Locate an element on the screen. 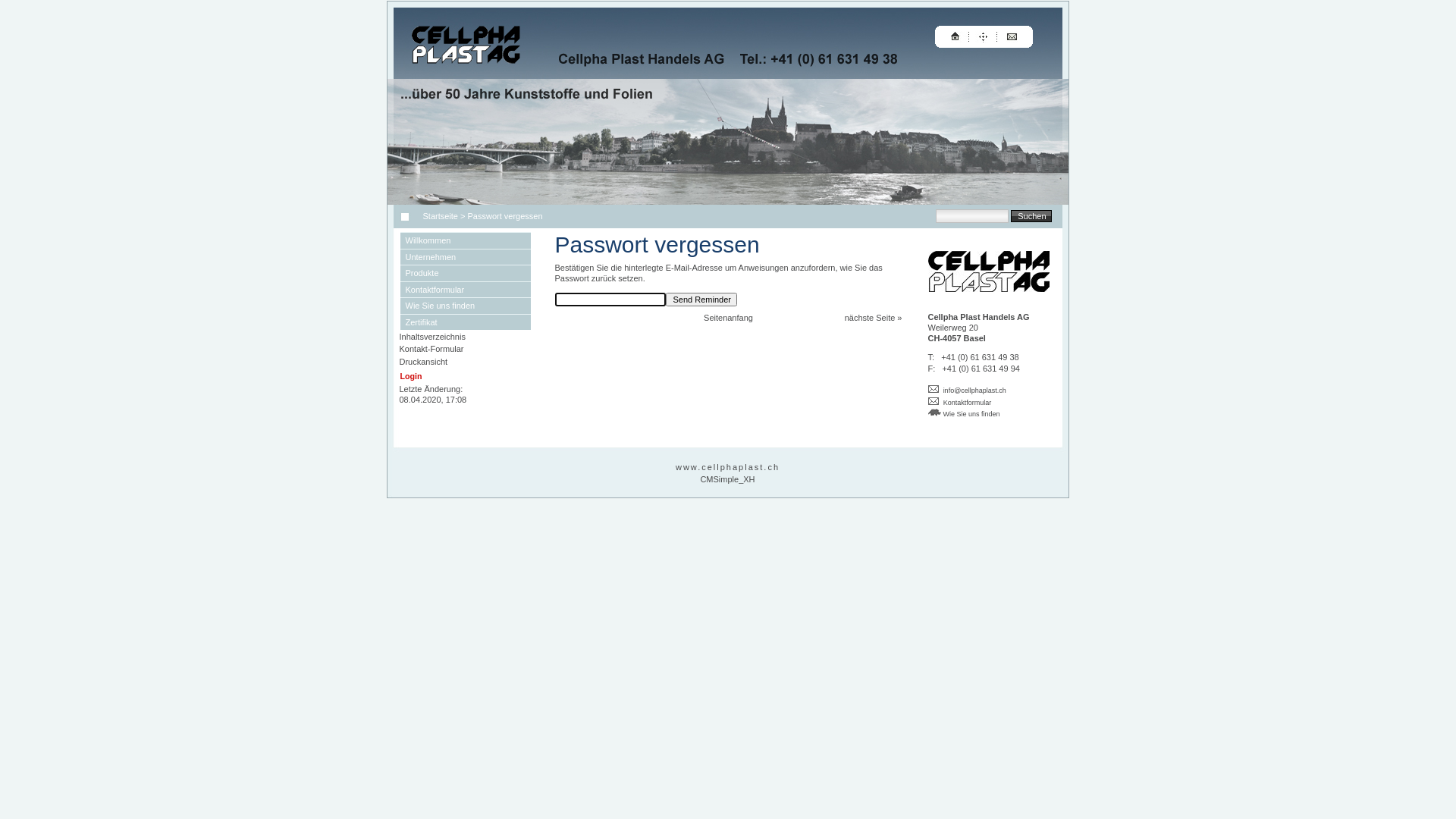  'eMail-prorigi.gif' is located at coordinates (932, 400).